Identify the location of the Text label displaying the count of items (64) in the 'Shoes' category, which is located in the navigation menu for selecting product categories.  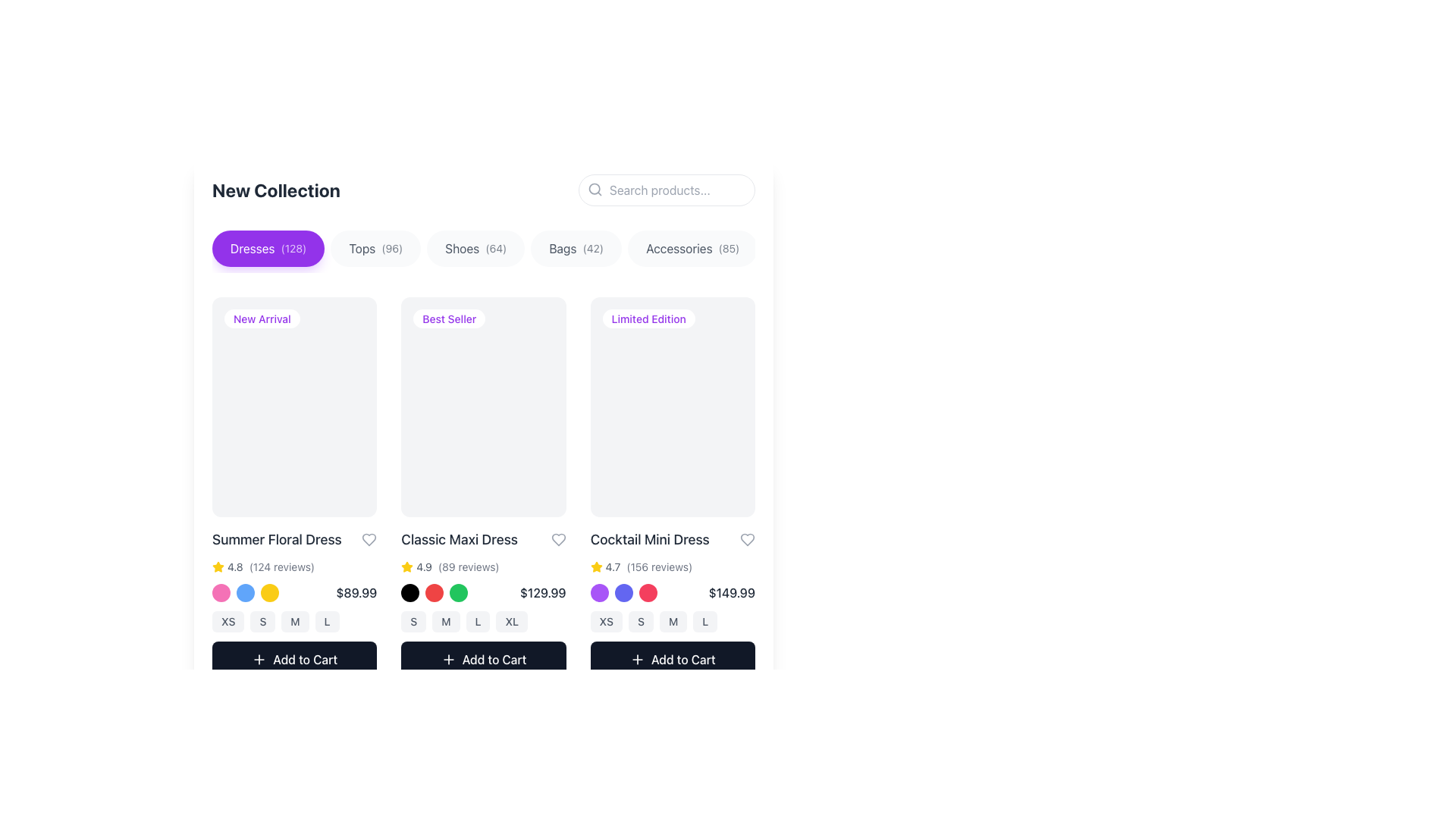
(496, 247).